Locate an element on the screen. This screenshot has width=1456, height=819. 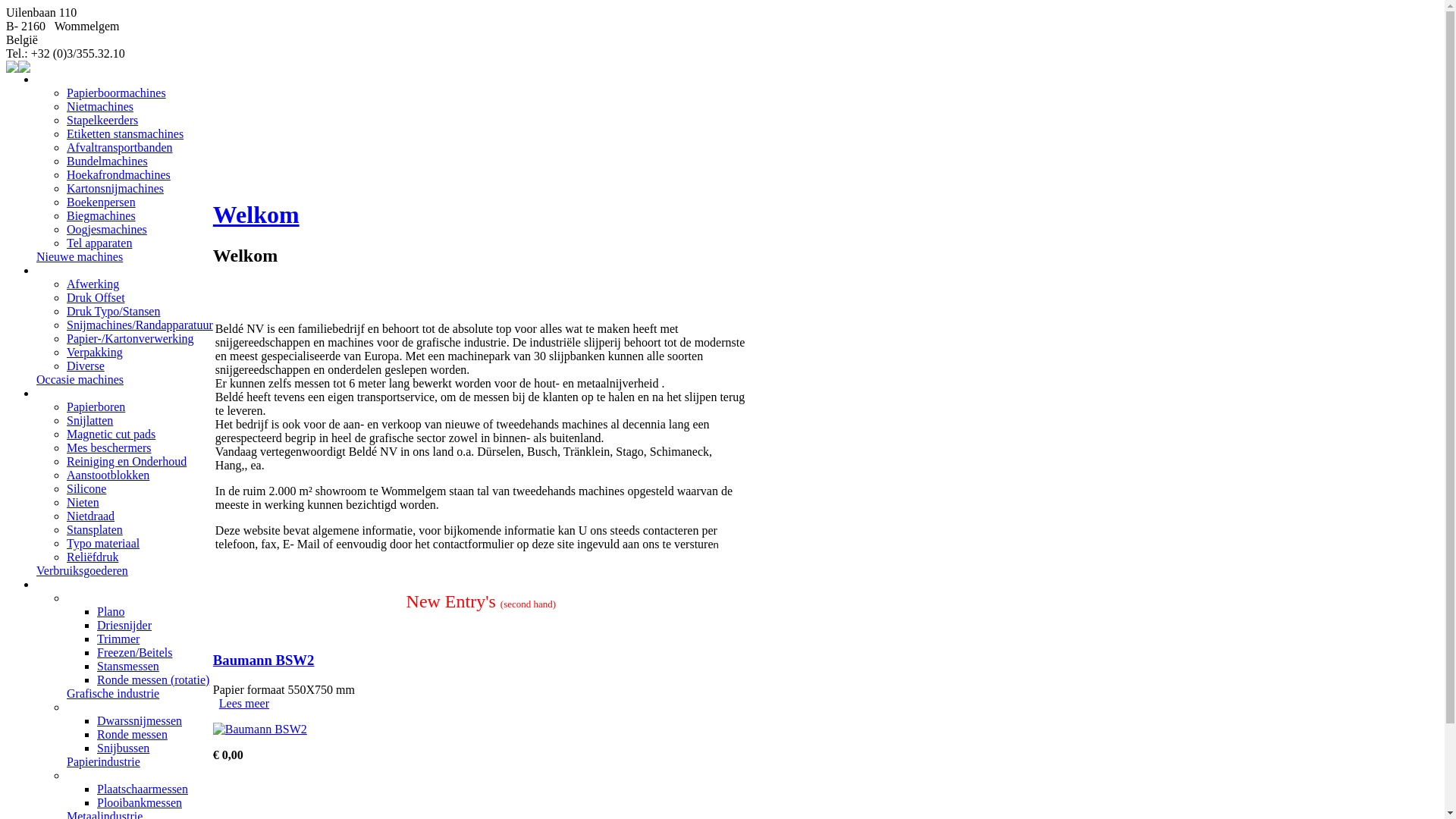
'Druk Offset' is located at coordinates (95, 297).